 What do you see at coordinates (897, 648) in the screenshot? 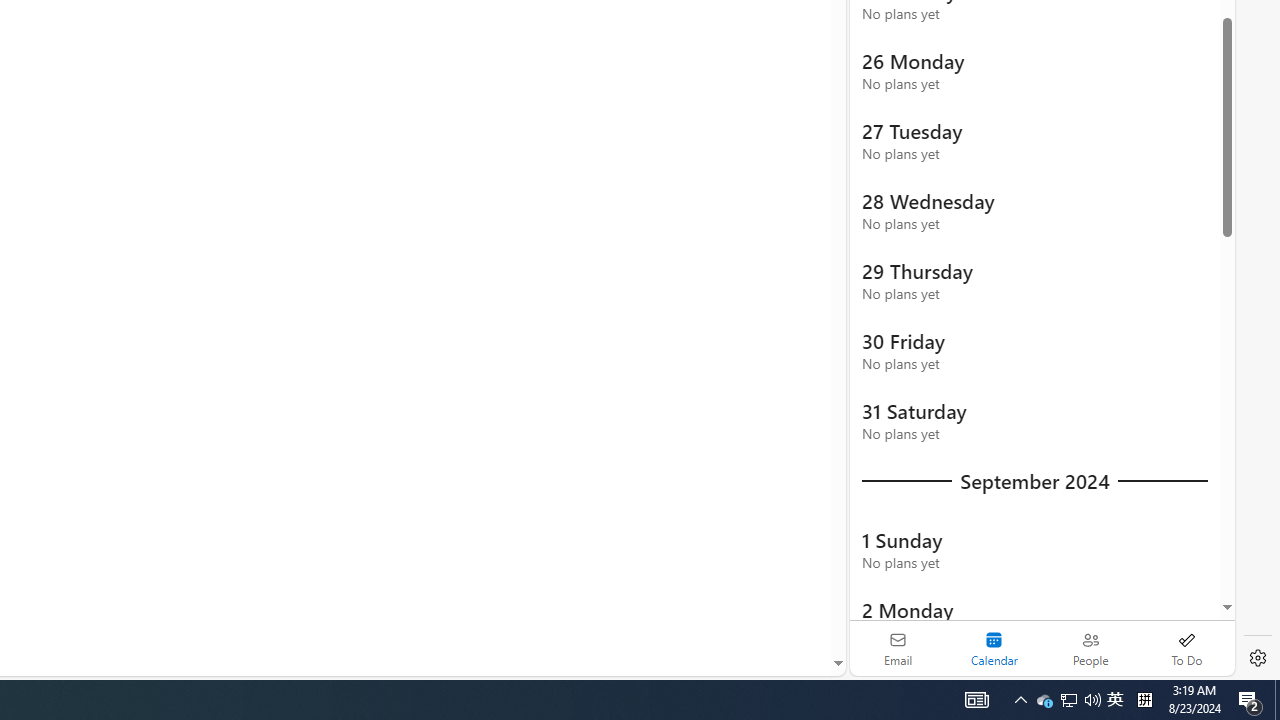
I see `'Email'` at bounding box center [897, 648].